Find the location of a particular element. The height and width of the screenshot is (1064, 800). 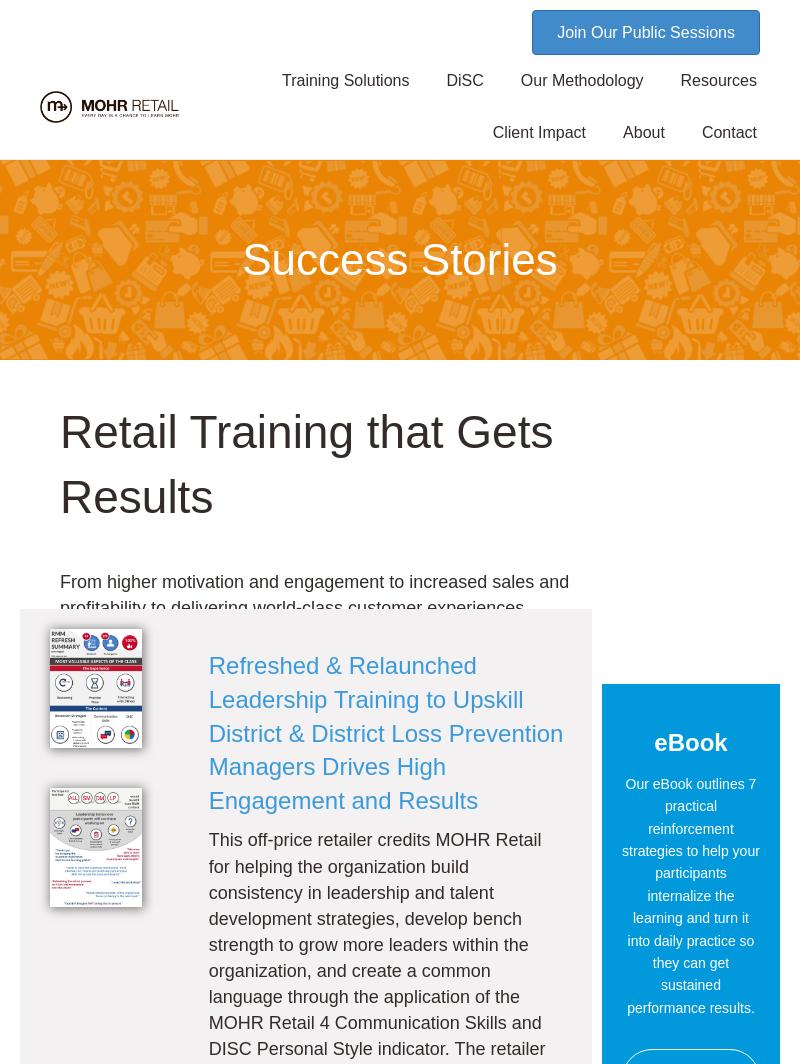

'eBook' is located at coordinates (653, 742).